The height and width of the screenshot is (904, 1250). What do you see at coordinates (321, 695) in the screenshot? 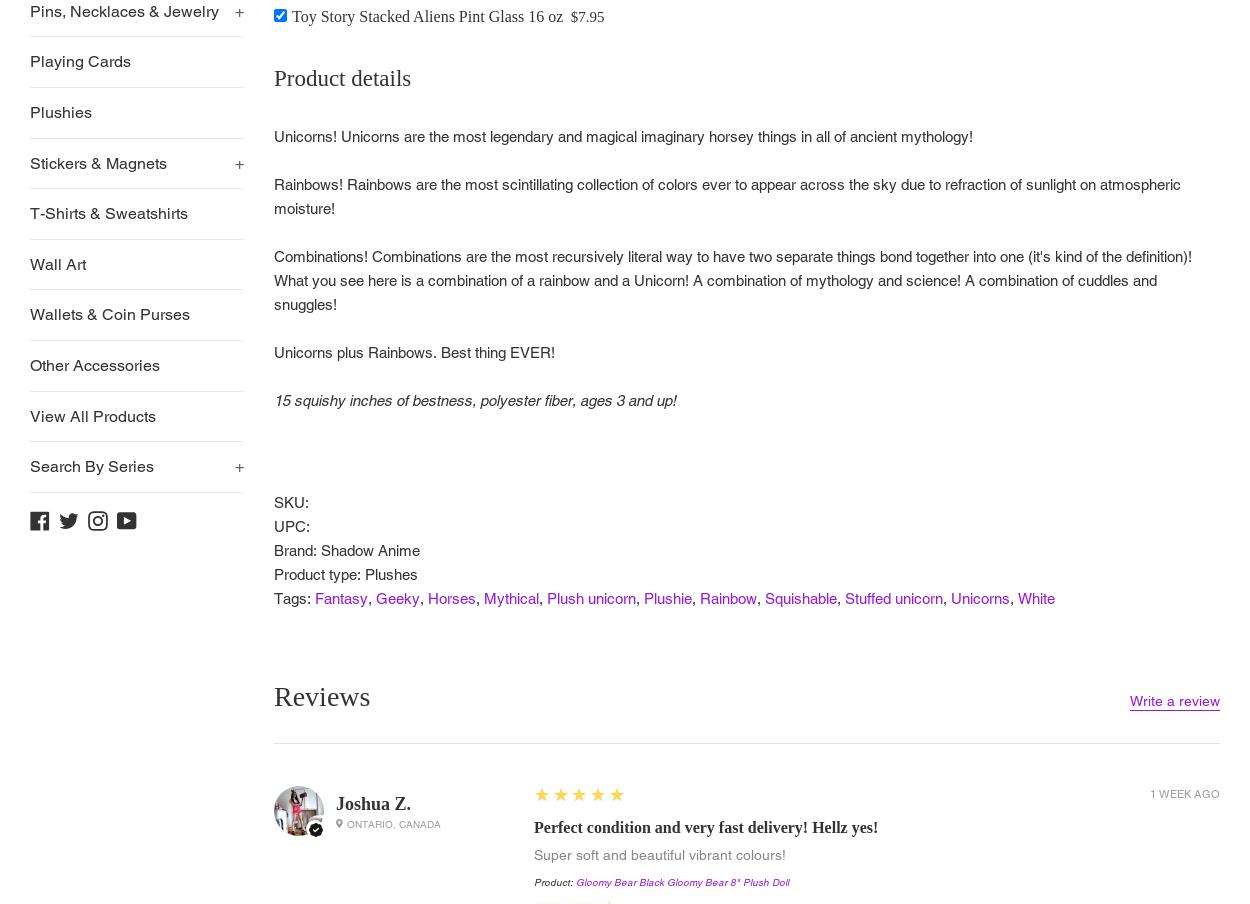
I see `'Reviews'` at bounding box center [321, 695].